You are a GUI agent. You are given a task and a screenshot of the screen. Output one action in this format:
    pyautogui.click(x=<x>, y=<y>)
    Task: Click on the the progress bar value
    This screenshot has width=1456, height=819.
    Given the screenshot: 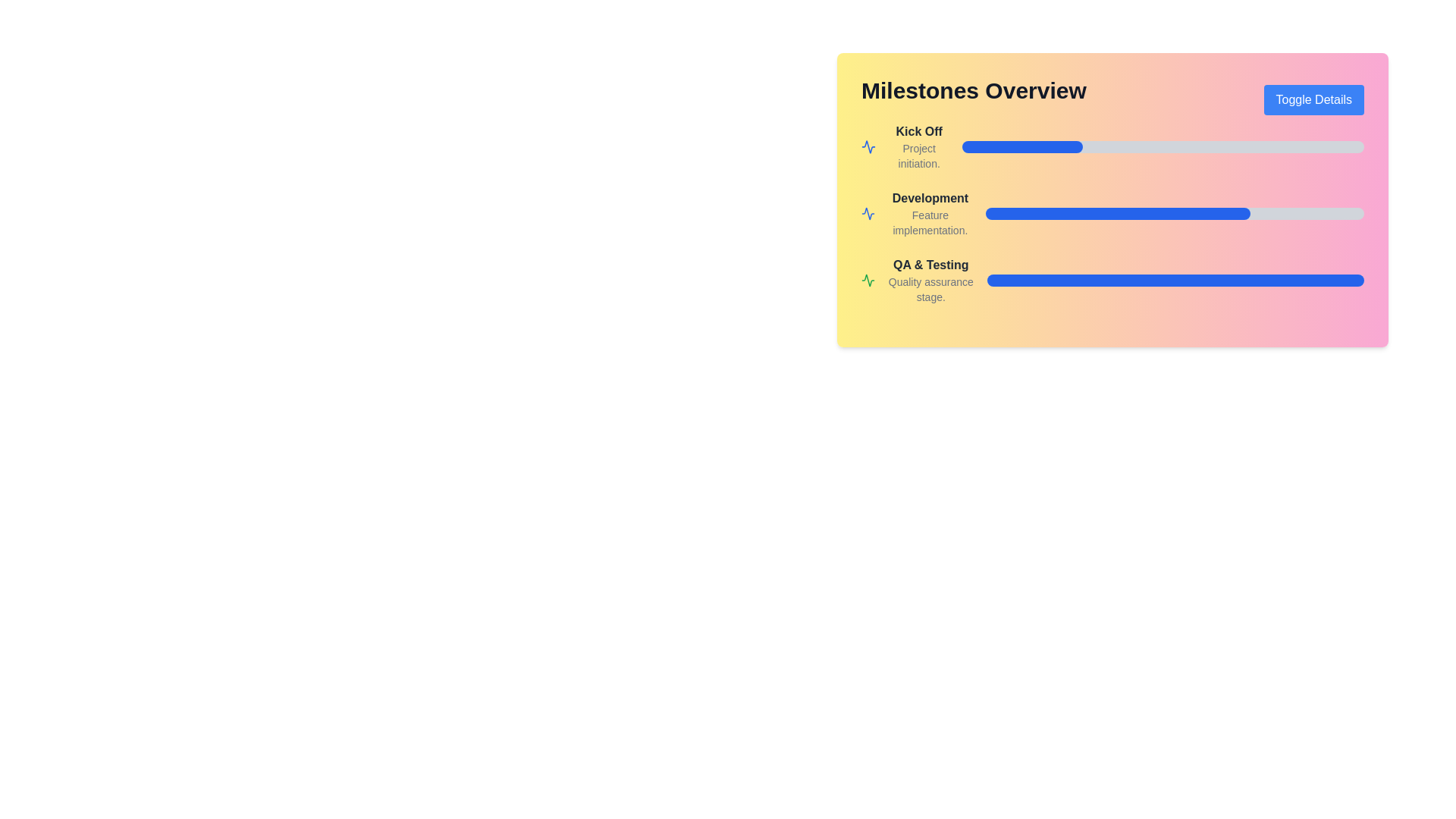 What is the action you would take?
    pyautogui.click(x=1194, y=281)
    